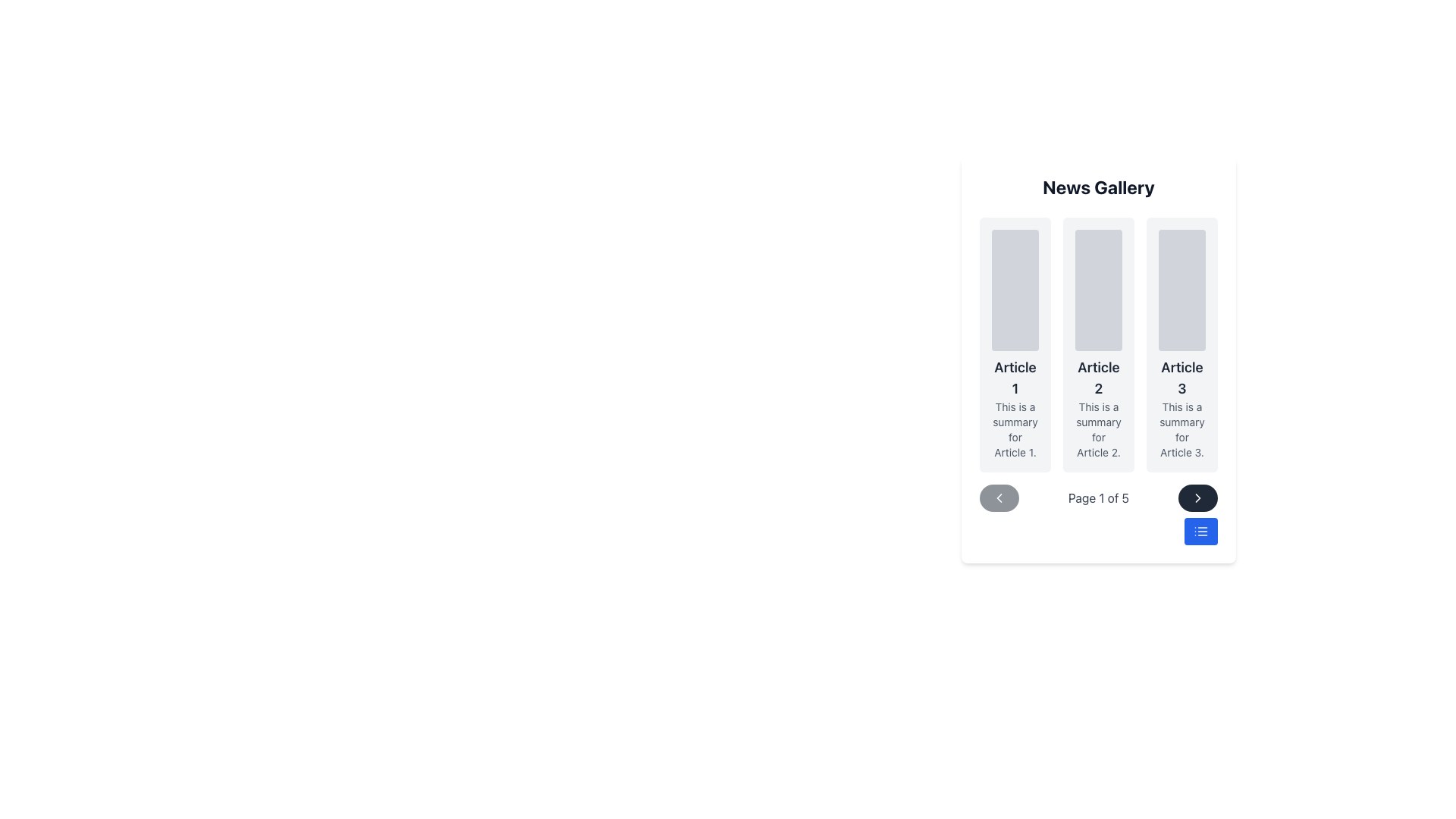  Describe the element at coordinates (999, 497) in the screenshot. I see `the left chevron icon inside the circular button located at the bottom-left corner of the content card` at that location.